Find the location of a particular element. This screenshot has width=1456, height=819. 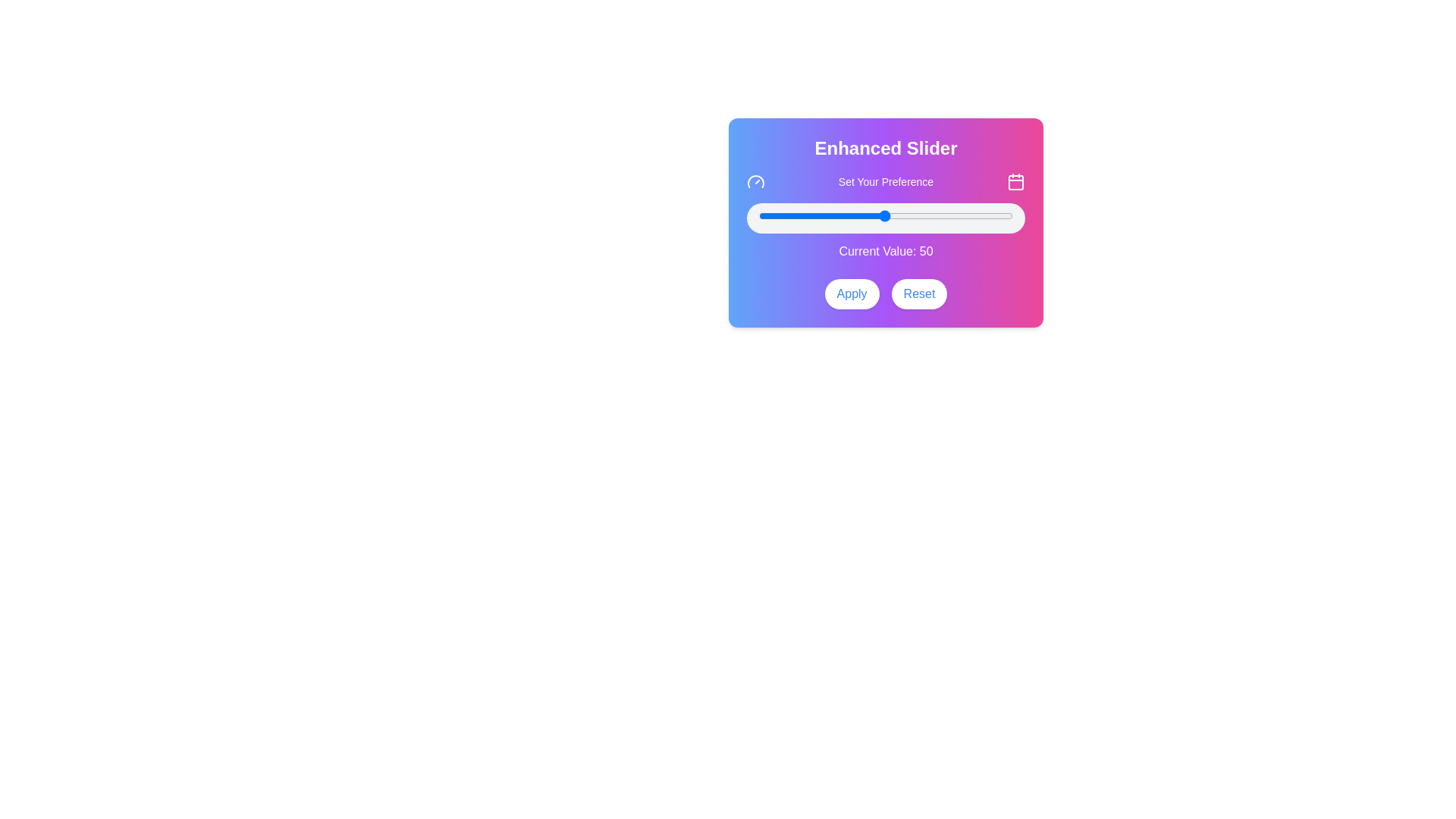

the 'Apply' button, which has rounded edges, white color with blue text, and changes to a blue background with white text when hovered is located at coordinates (852, 294).